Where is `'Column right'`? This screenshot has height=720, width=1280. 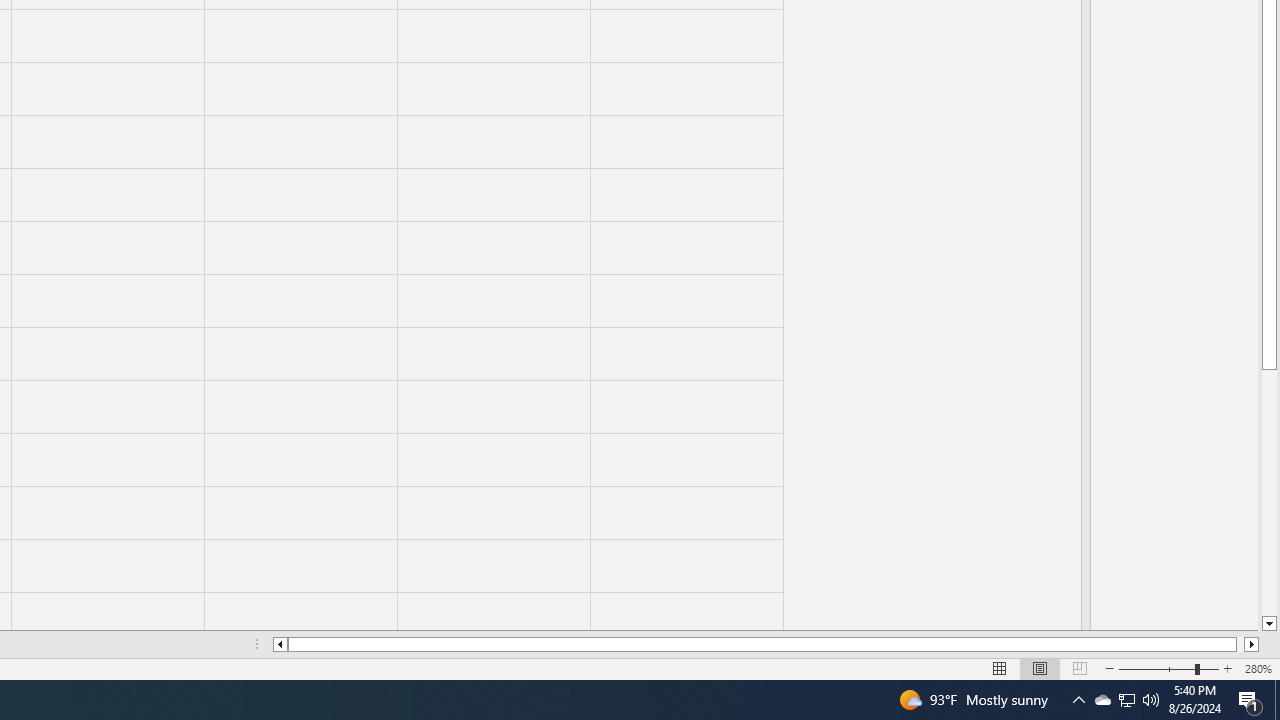
'Column right' is located at coordinates (1251, 644).